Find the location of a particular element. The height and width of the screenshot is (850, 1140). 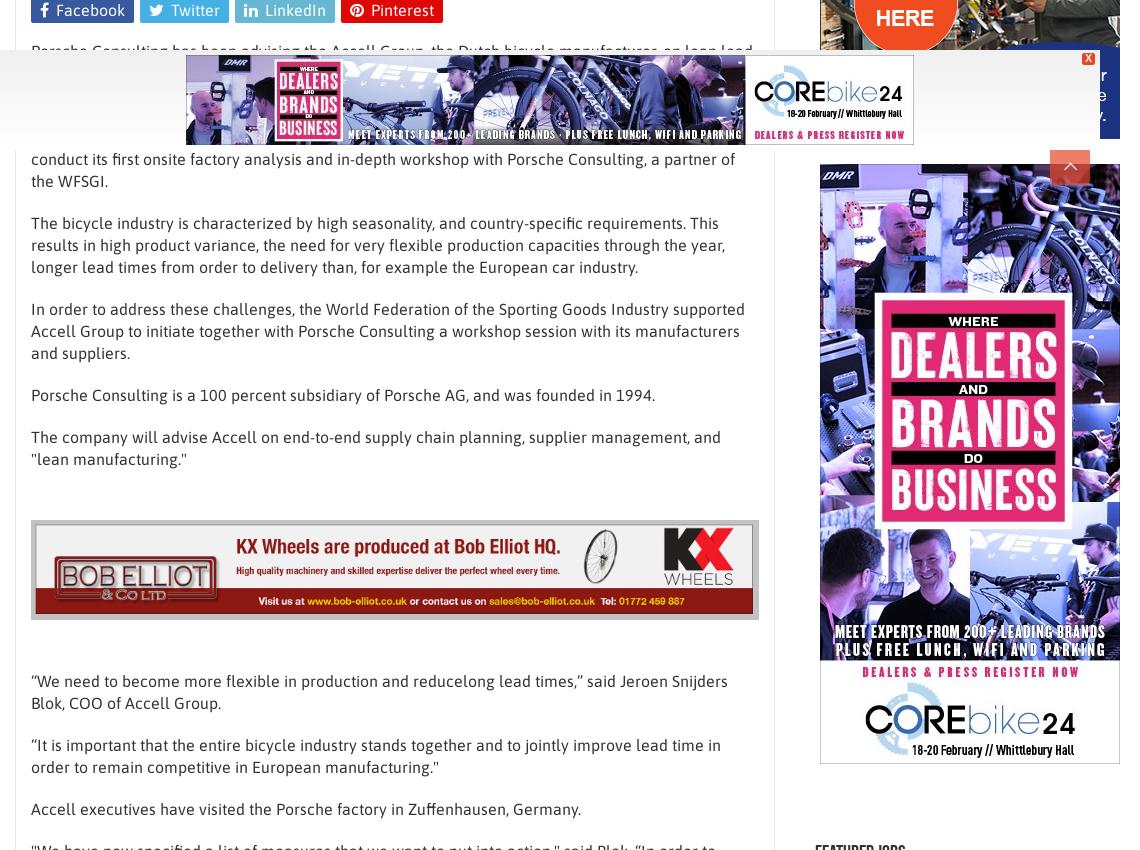

'The bicycle industry is characterized by high seasonality, and country-specific requirements. This results in high product variance, the need for very flexible production capacities through the year, longer lead times from order to delivery than, for example the European car industry.' is located at coordinates (377, 244).